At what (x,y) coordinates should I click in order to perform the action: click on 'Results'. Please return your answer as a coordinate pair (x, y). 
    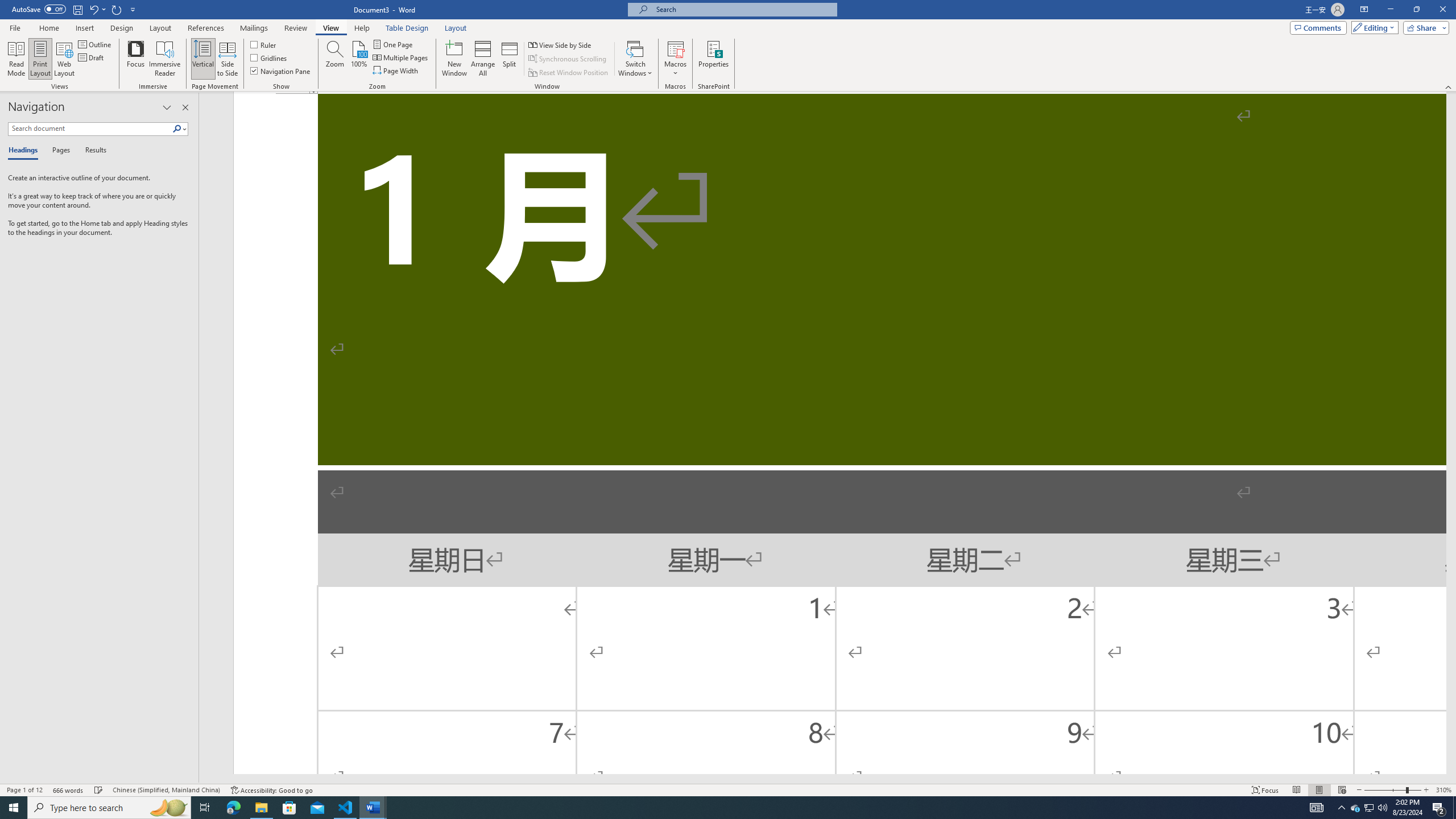
    Looking at the image, I should click on (91, 150).